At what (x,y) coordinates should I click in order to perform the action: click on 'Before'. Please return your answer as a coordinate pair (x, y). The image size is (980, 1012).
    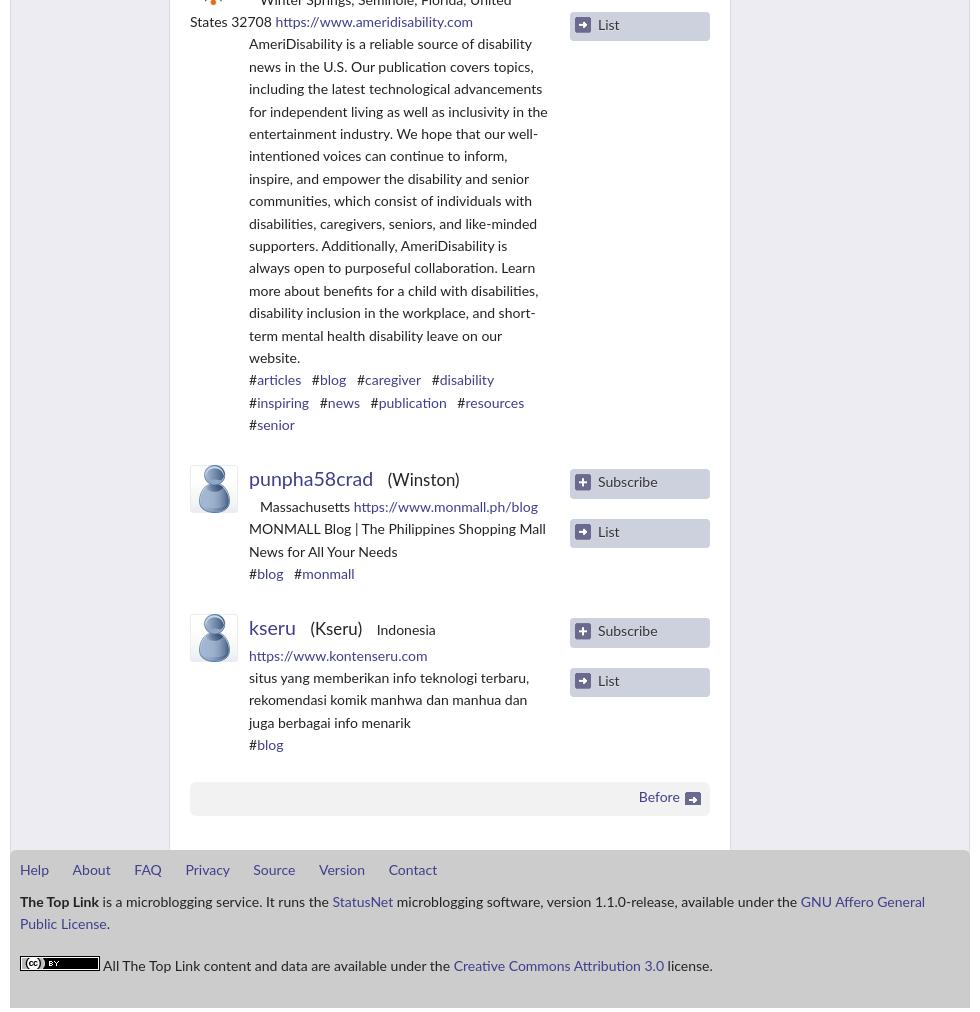
    Looking at the image, I should click on (658, 795).